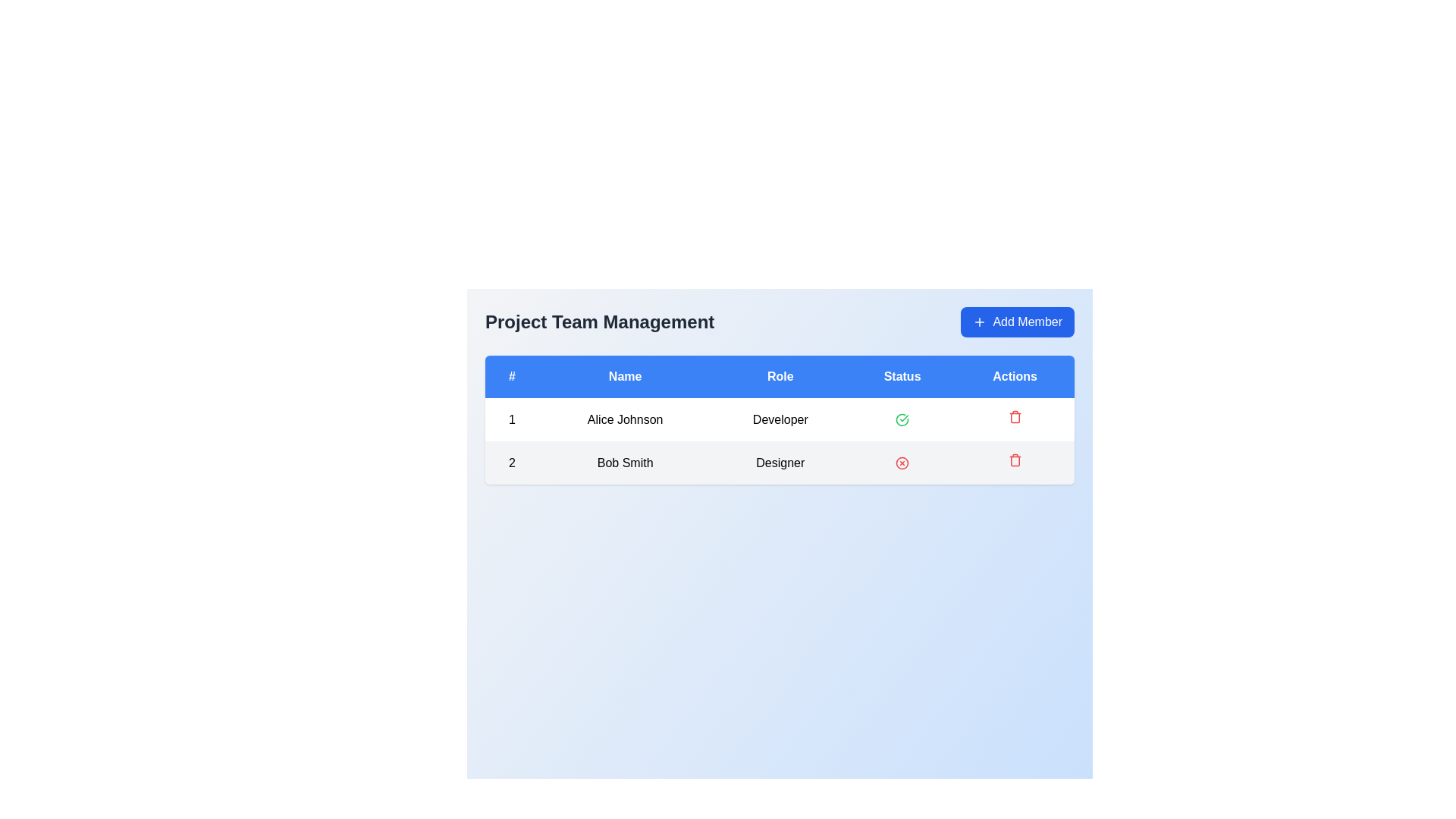 The image size is (1456, 819). What do you see at coordinates (1015, 417) in the screenshot?
I see `the trash icon in the second row of the 'Actions' column in the 'Project Team Management' table` at bounding box center [1015, 417].